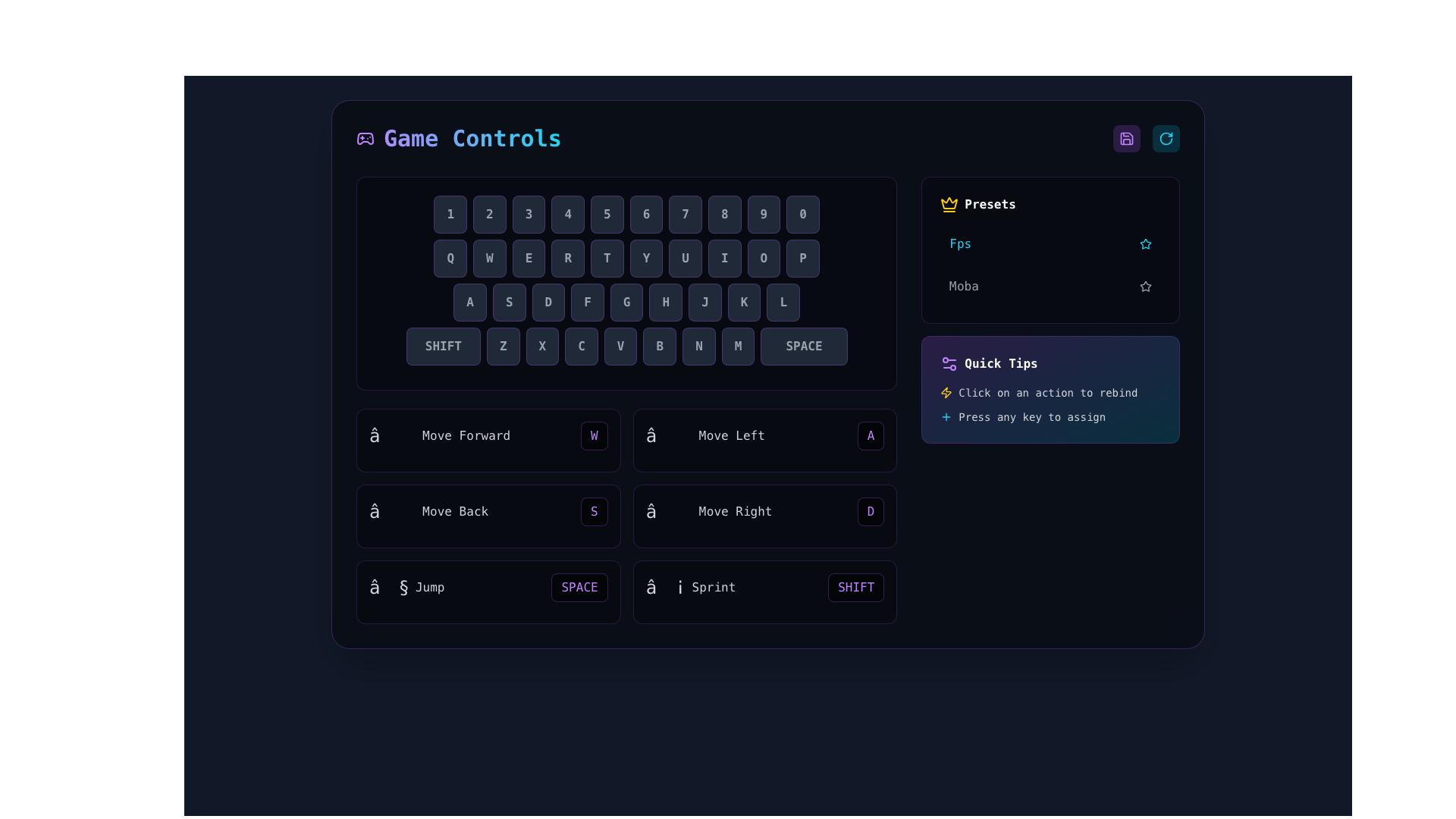 The height and width of the screenshot is (819, 1456). What do you see at coordinates (698, 346) in the screenshot?
I see `the 'N' key on the virtual keyboard, which is the seventh button in the row, located below the virtual keyboard representation` at bounding box center [698, 346].